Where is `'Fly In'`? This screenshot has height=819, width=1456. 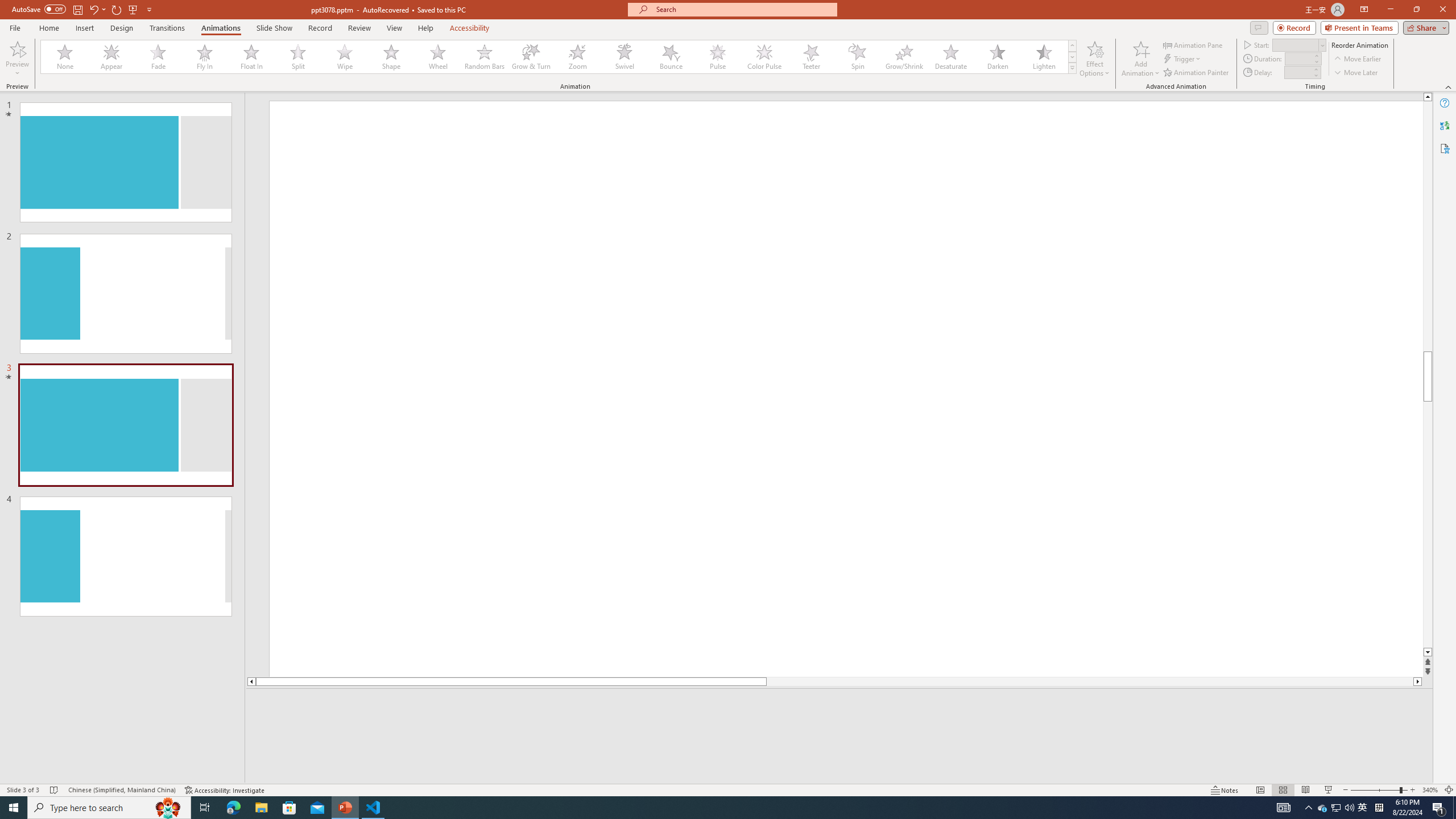
'Fly In' is located at coordinates (204, 56).